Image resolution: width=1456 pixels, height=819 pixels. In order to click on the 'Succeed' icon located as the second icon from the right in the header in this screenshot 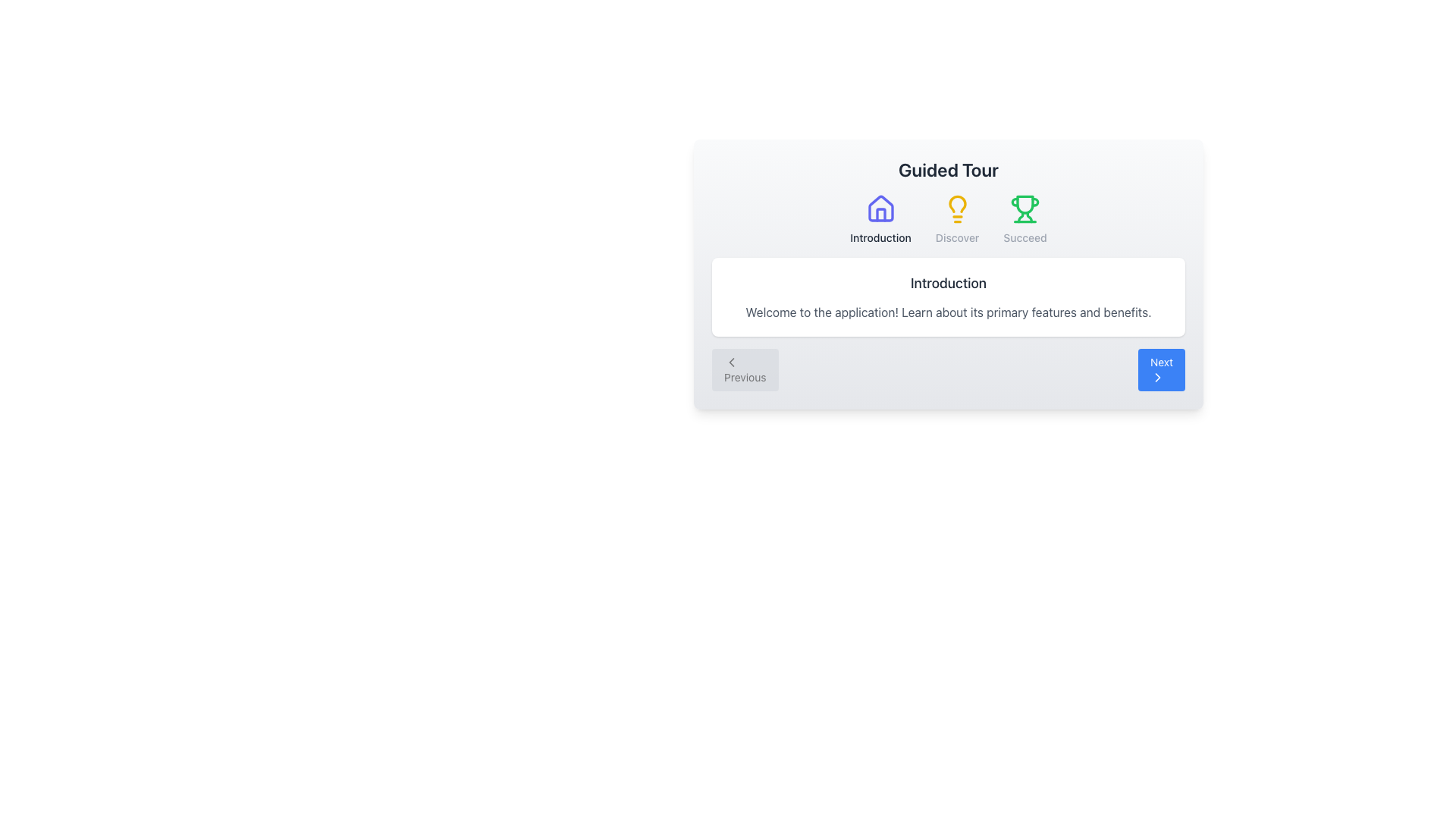, I will do `click(1025, 209)`.